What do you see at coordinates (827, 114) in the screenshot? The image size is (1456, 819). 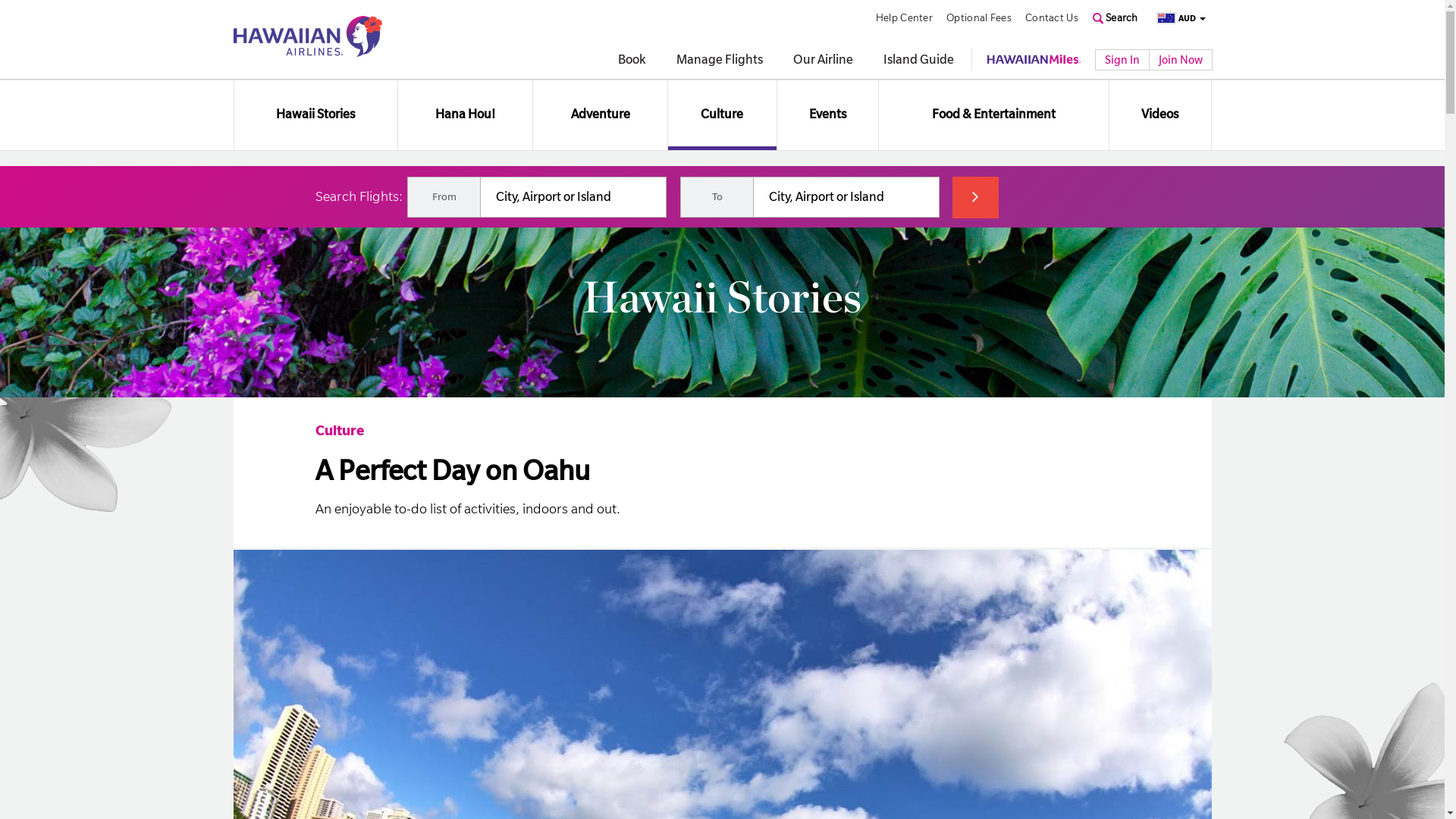 I see `'Events'` at bounding box center [827, 114].